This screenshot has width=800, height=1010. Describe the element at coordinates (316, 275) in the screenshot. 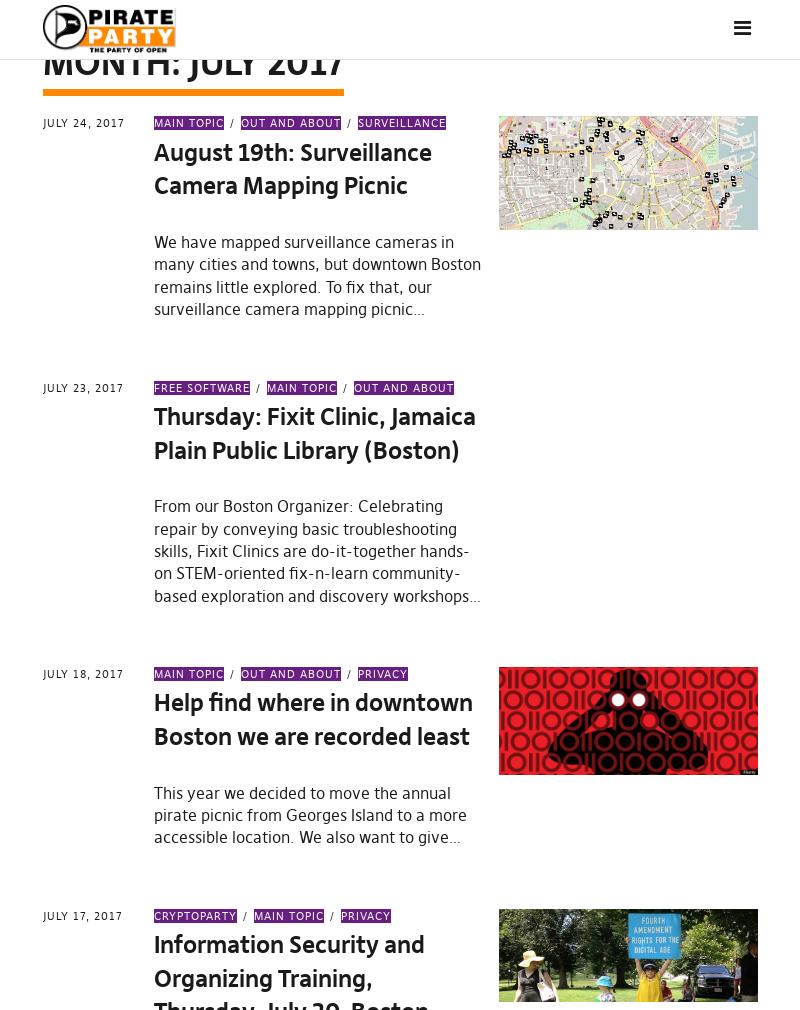

I see `'We have mapped surveillance cameras in many cities and towns, but downtown Boston remains little explored. To fix that, our surveillance camera mapping picnic…'` at that location.